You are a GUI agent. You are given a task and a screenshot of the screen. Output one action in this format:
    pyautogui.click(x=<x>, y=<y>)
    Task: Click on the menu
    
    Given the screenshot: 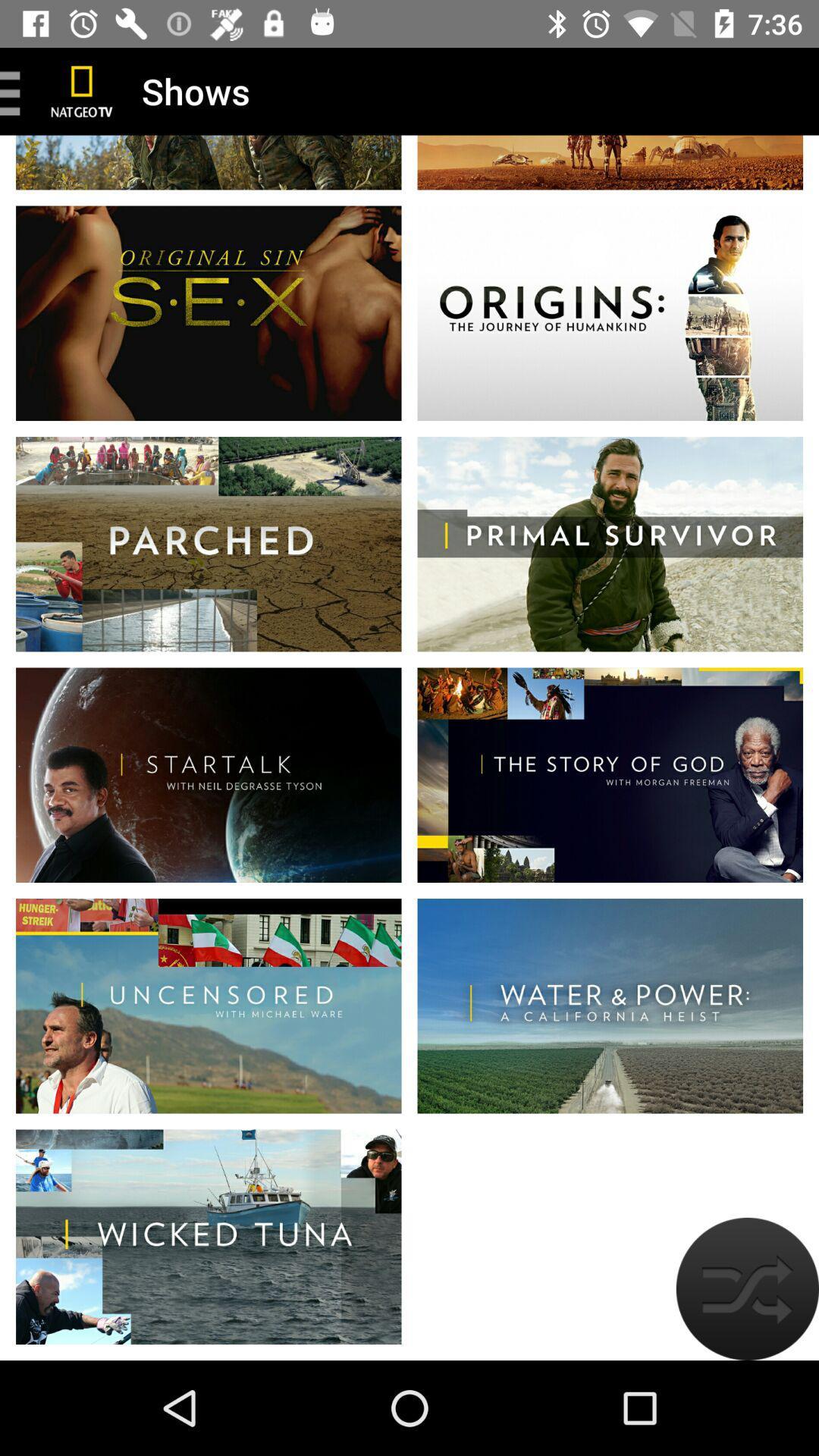 What is the action you would take?
    pyautogui.click(x=15, y=90)
    